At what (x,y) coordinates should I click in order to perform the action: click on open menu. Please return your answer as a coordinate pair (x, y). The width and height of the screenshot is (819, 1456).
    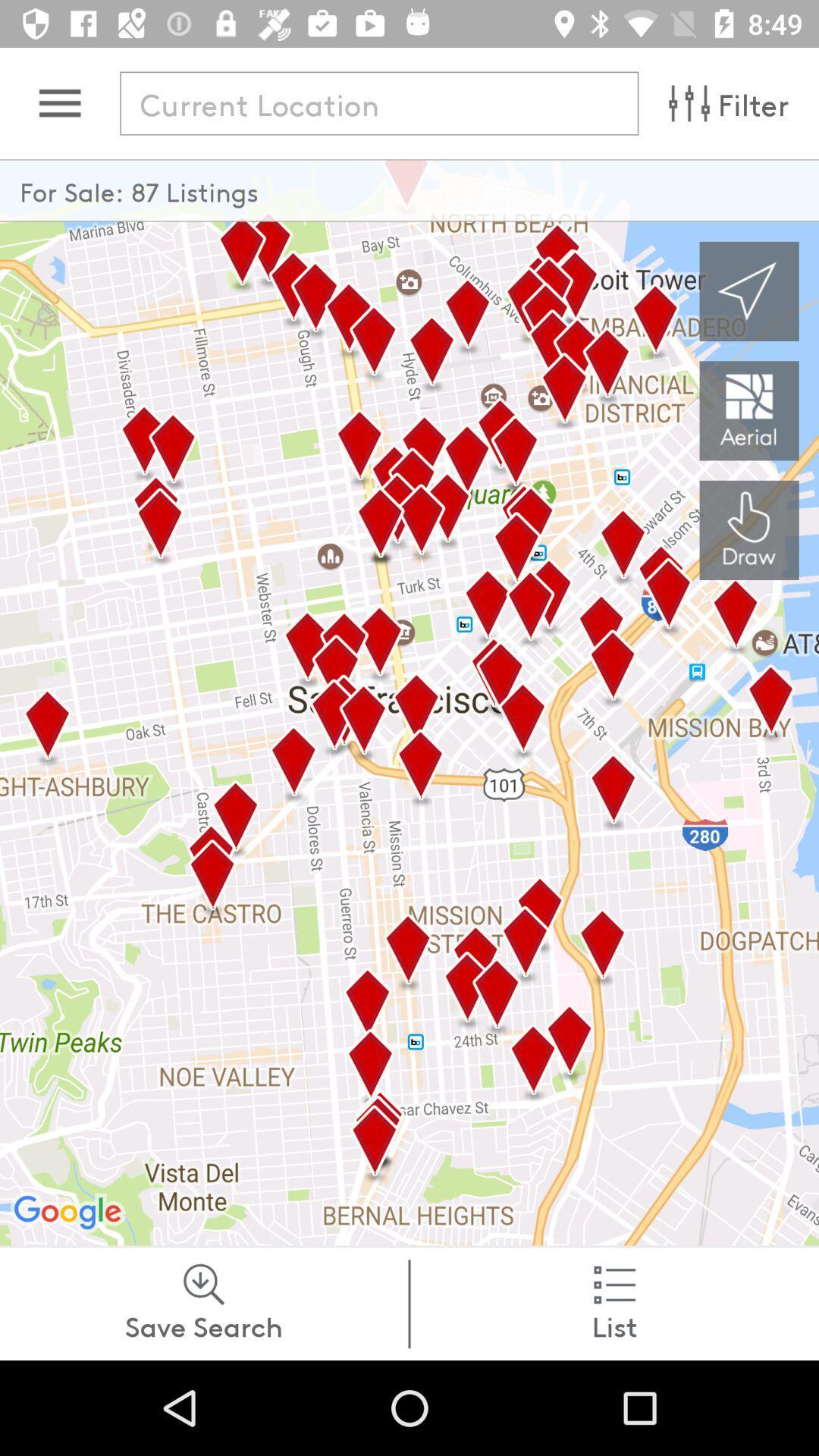
    Looking at the image, I should click on (59, 102).